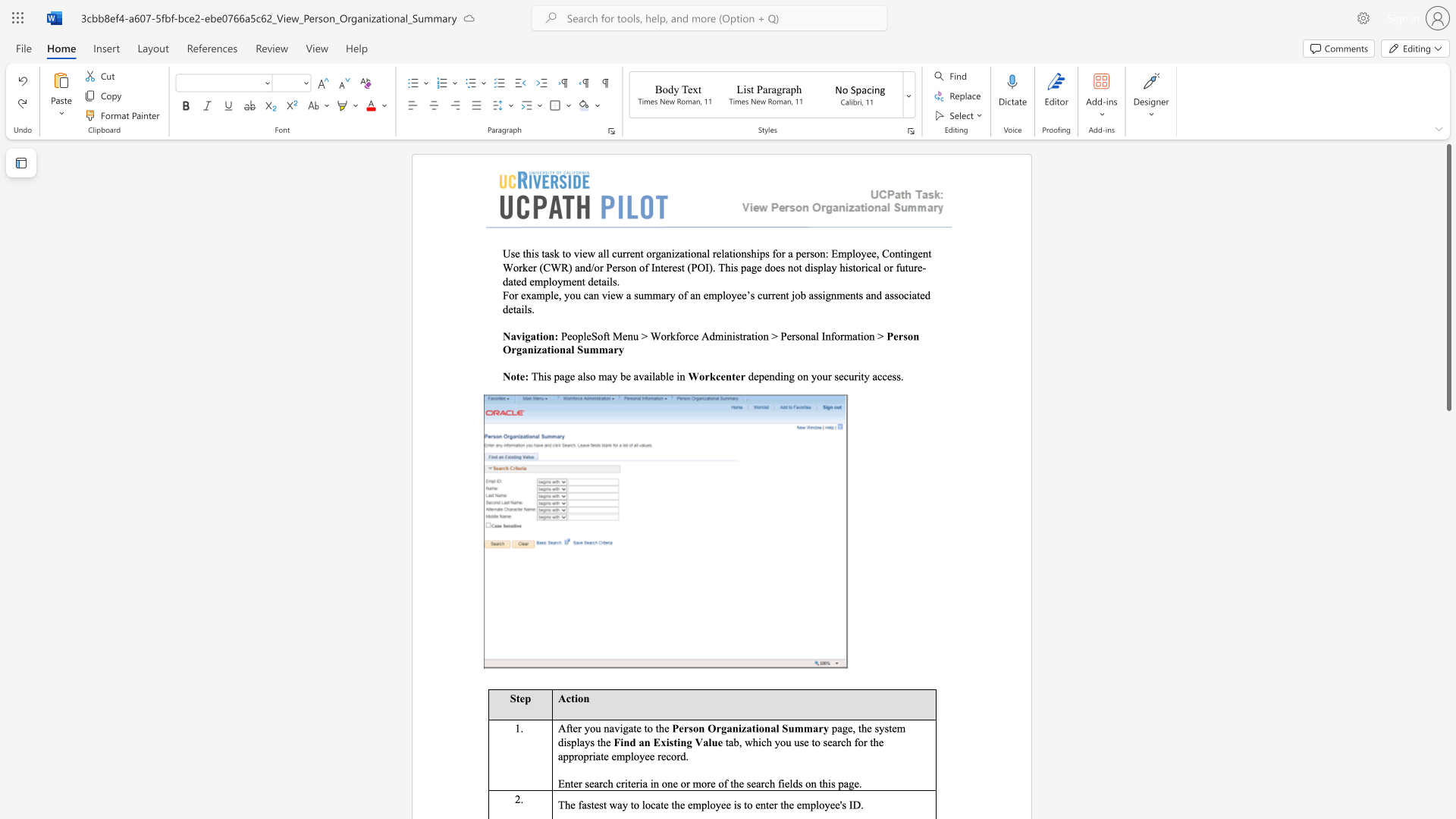  I want to click on the subset text "mmar" within the text "Person Organizational Summary", so click(793, 727).